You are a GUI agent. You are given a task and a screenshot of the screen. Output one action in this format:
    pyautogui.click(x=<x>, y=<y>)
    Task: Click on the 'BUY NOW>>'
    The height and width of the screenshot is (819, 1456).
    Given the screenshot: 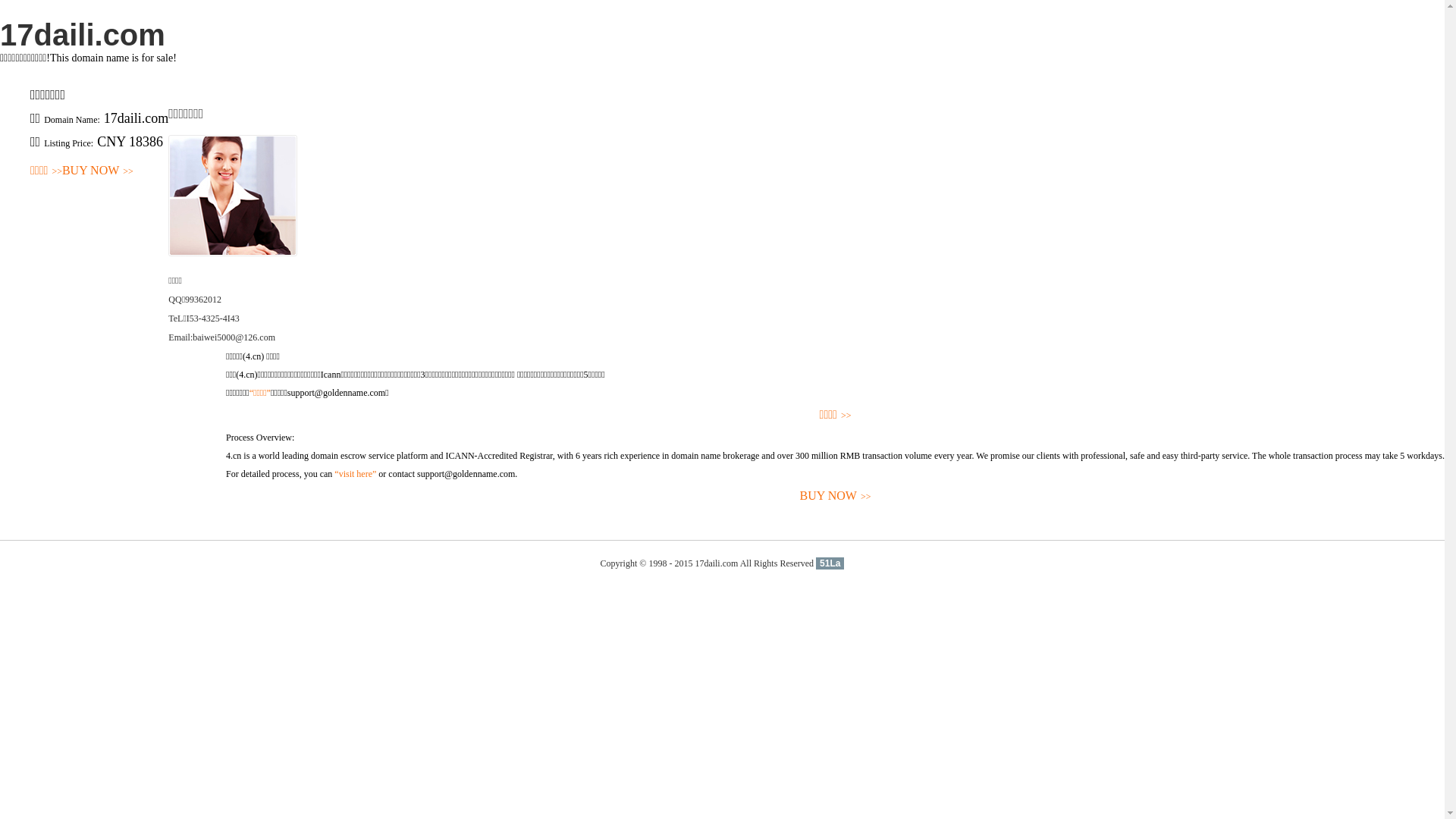 What is the action you would take?
    pyautogui.click(x=97, y=171)
    